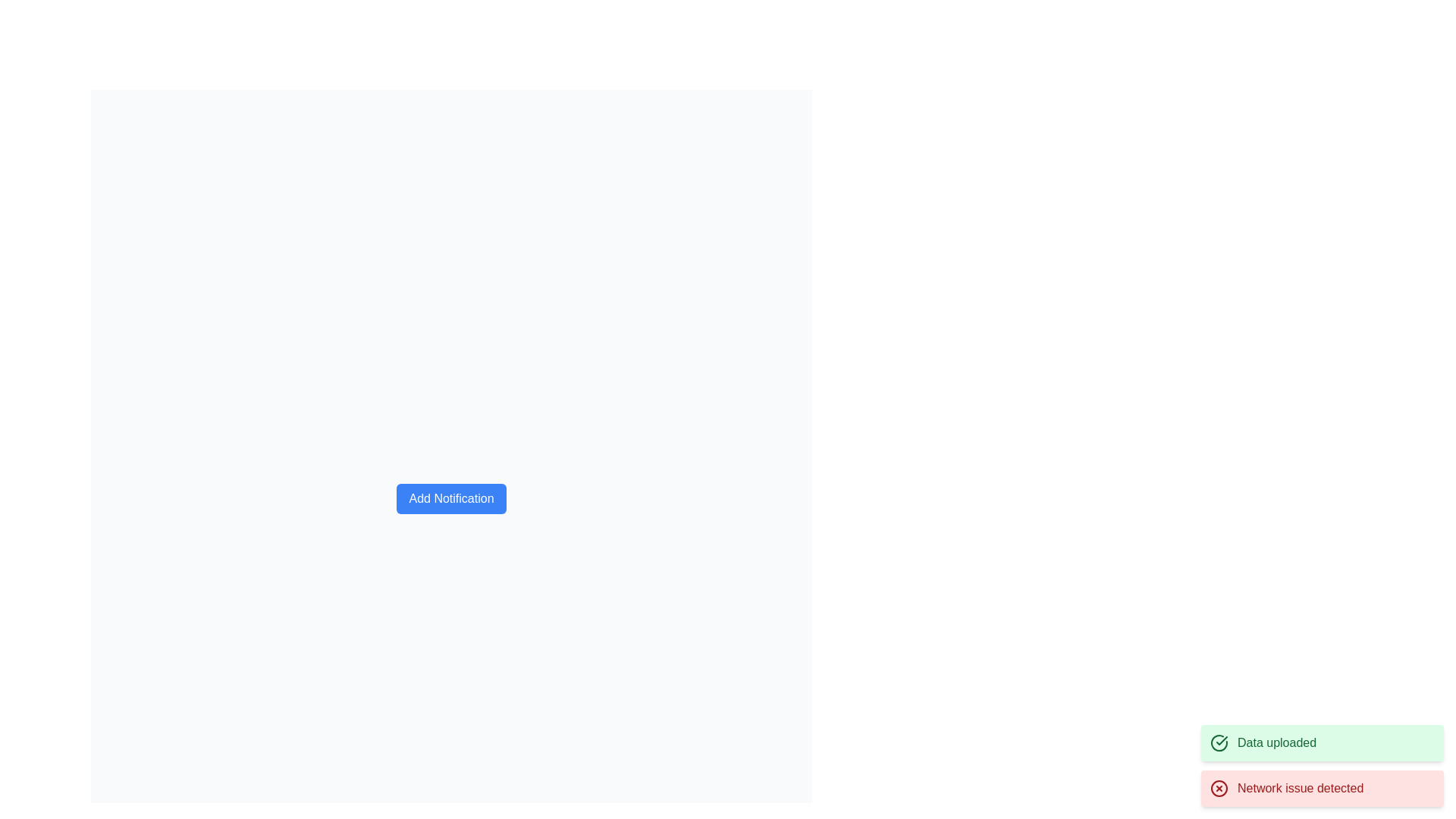 The image size is (1456, 819). What do you see at coordinates (450, 499) in the screenshot?
I see `the button that triggers an action to add a notification, located centrally in the horizontal axis and towards the lower-middle part of the view` at bounding box center [450, 499].